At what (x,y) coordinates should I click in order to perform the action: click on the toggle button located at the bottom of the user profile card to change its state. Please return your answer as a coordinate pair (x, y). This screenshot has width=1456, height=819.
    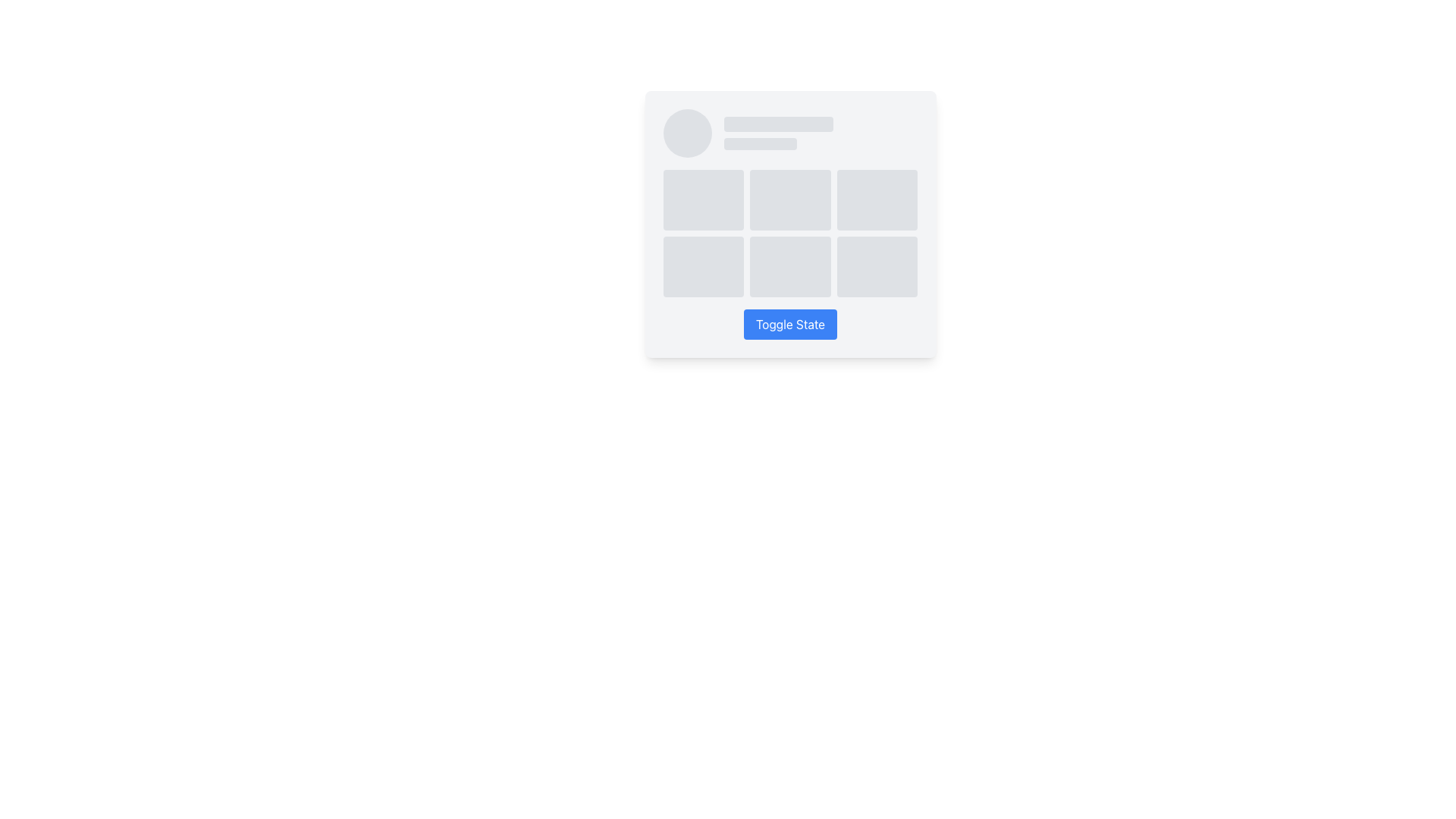
    Looking at the image, I should click on (789, 324).